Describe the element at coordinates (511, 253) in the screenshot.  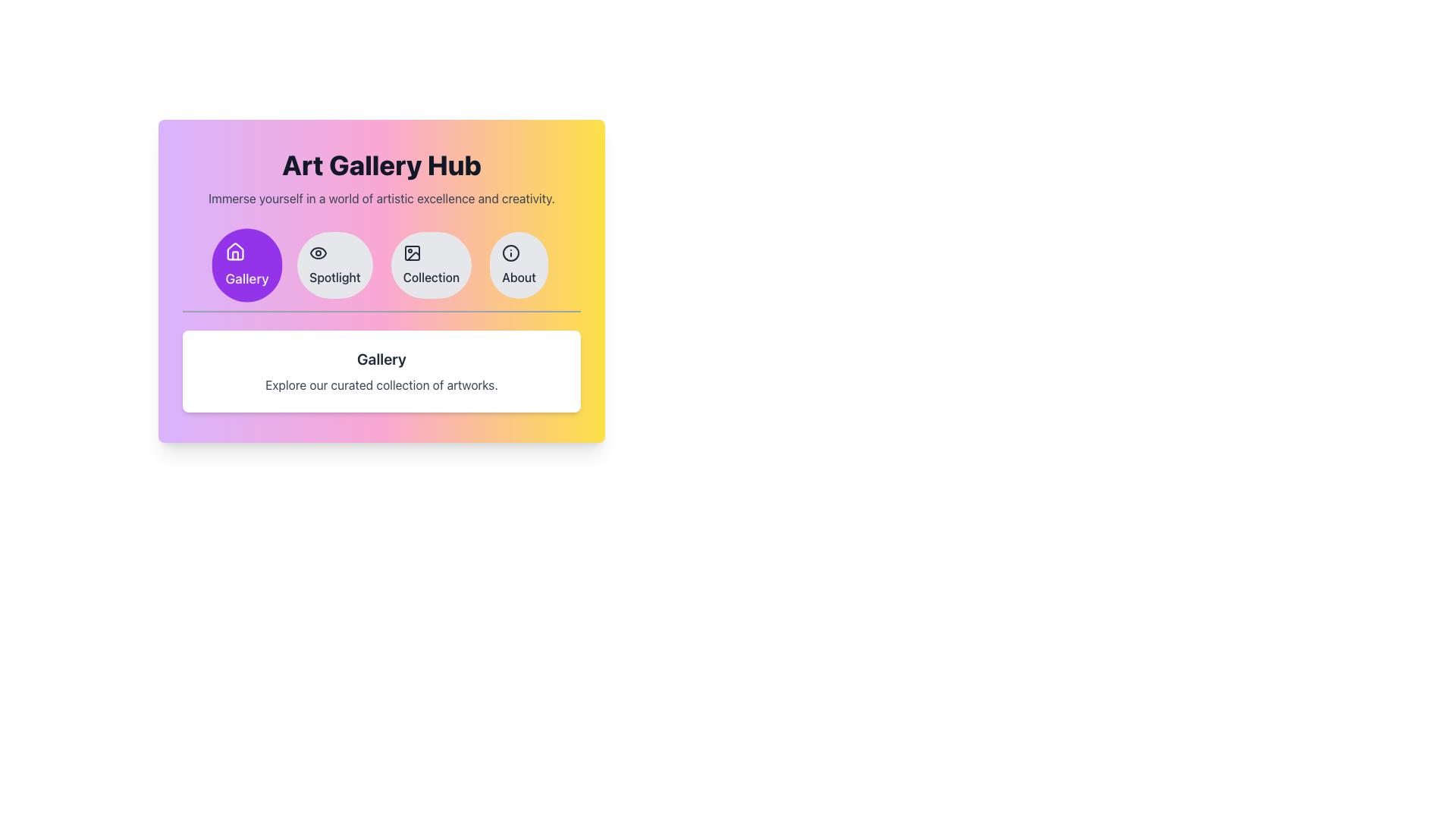
I see `the circular SVG shape representing information within the 'About' button of the icon layout` at that location.